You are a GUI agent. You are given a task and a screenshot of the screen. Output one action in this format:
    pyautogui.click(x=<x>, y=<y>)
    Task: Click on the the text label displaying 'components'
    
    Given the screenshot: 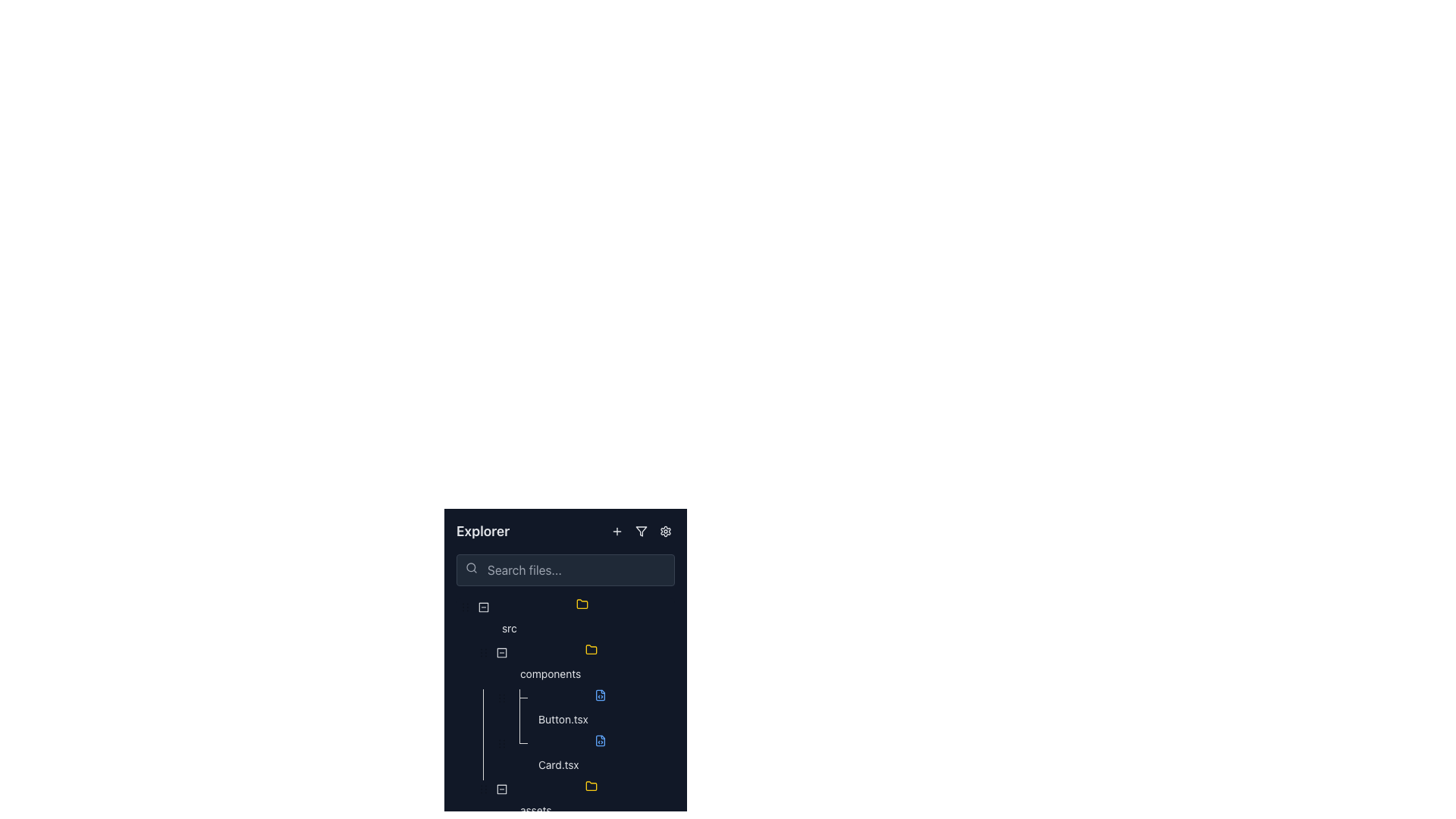 What is the action you would take?
    pyautogui.click(x=550, y=673)
    